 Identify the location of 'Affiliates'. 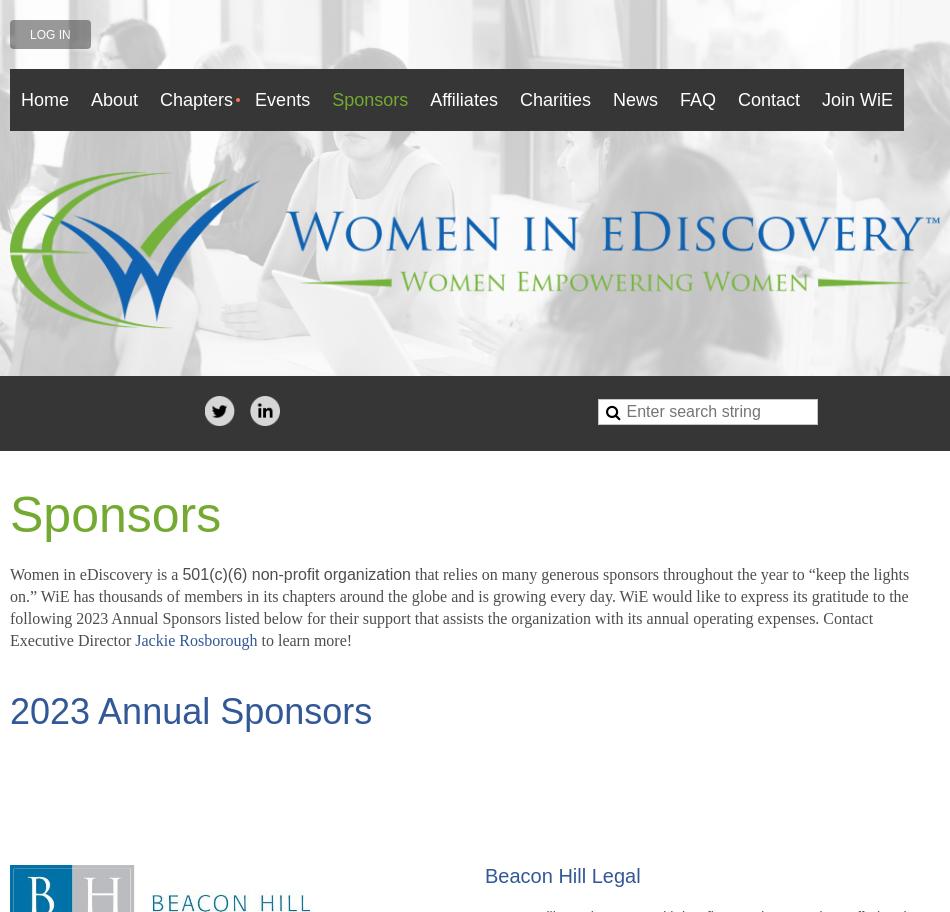
(462, 99).